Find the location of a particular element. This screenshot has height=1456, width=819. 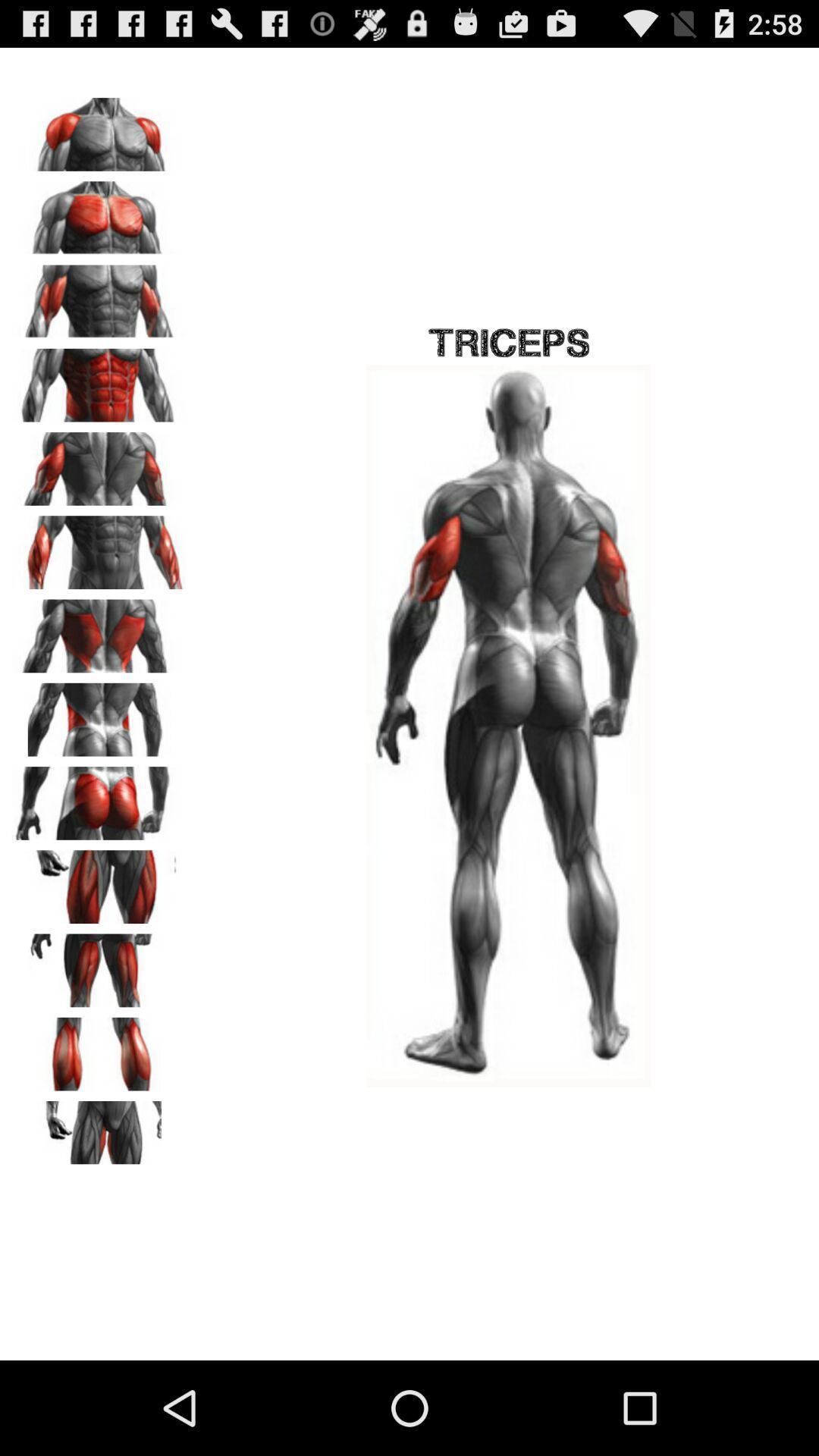

this muscle group is located at coordinates (99, 797).